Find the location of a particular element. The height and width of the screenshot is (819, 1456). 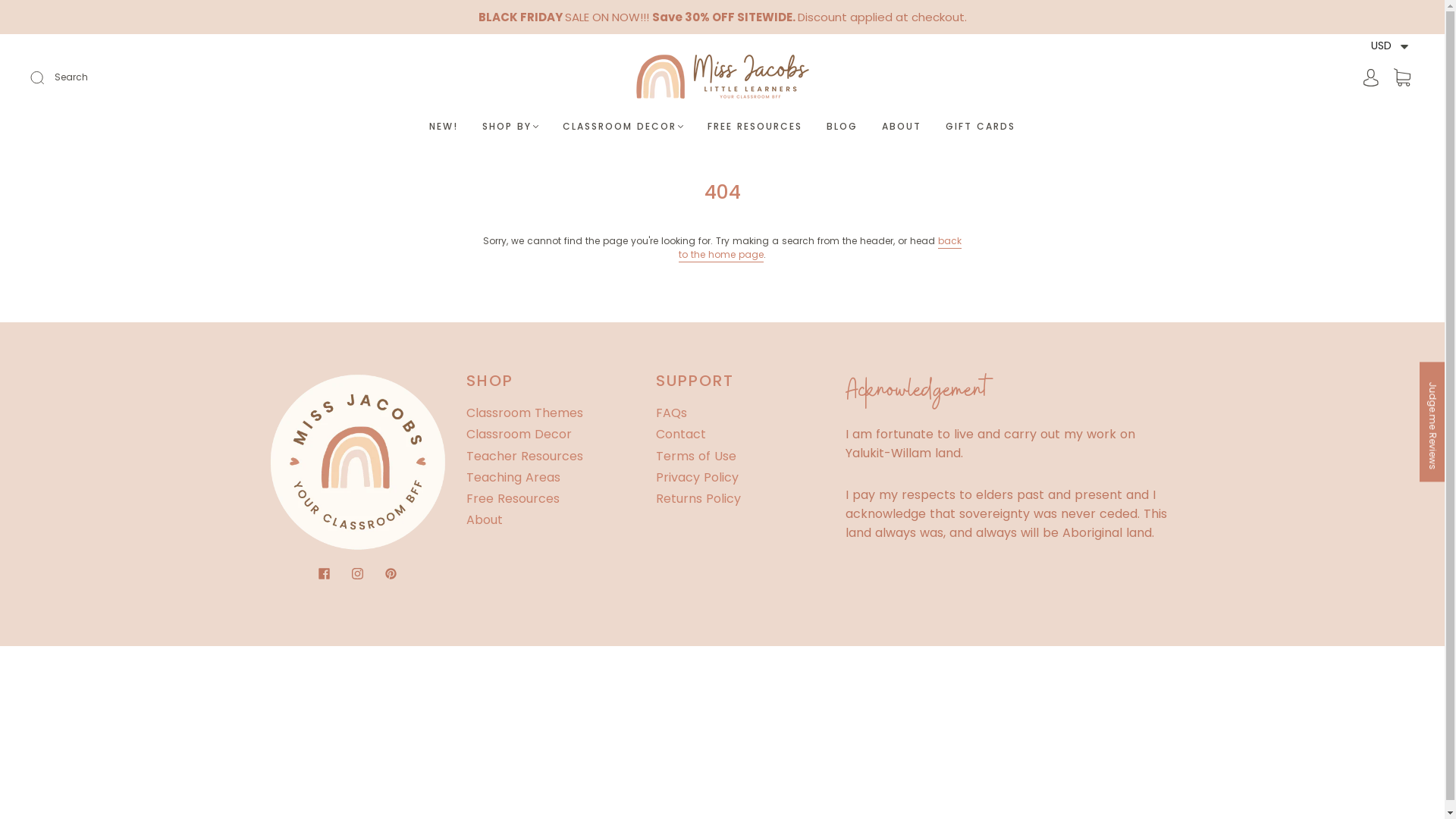

'ABOUT' is located at coordinates (881, 125).